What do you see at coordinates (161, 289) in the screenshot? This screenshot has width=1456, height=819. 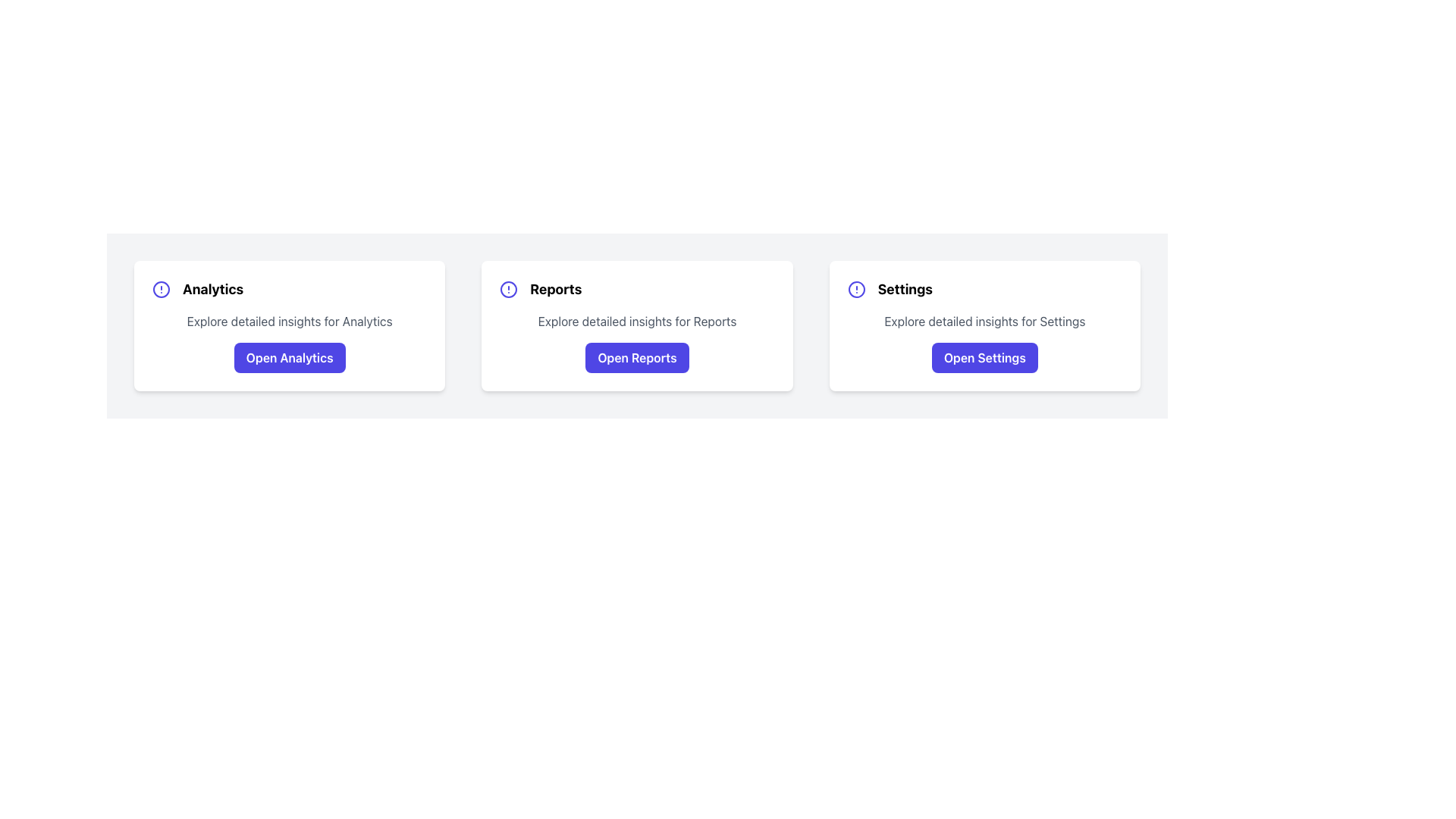 I see `the indigo circular icon with fine-line graphics located to the left of the 'Analytics' title text to interact with it if enabled` at bounding box center [161, 289].